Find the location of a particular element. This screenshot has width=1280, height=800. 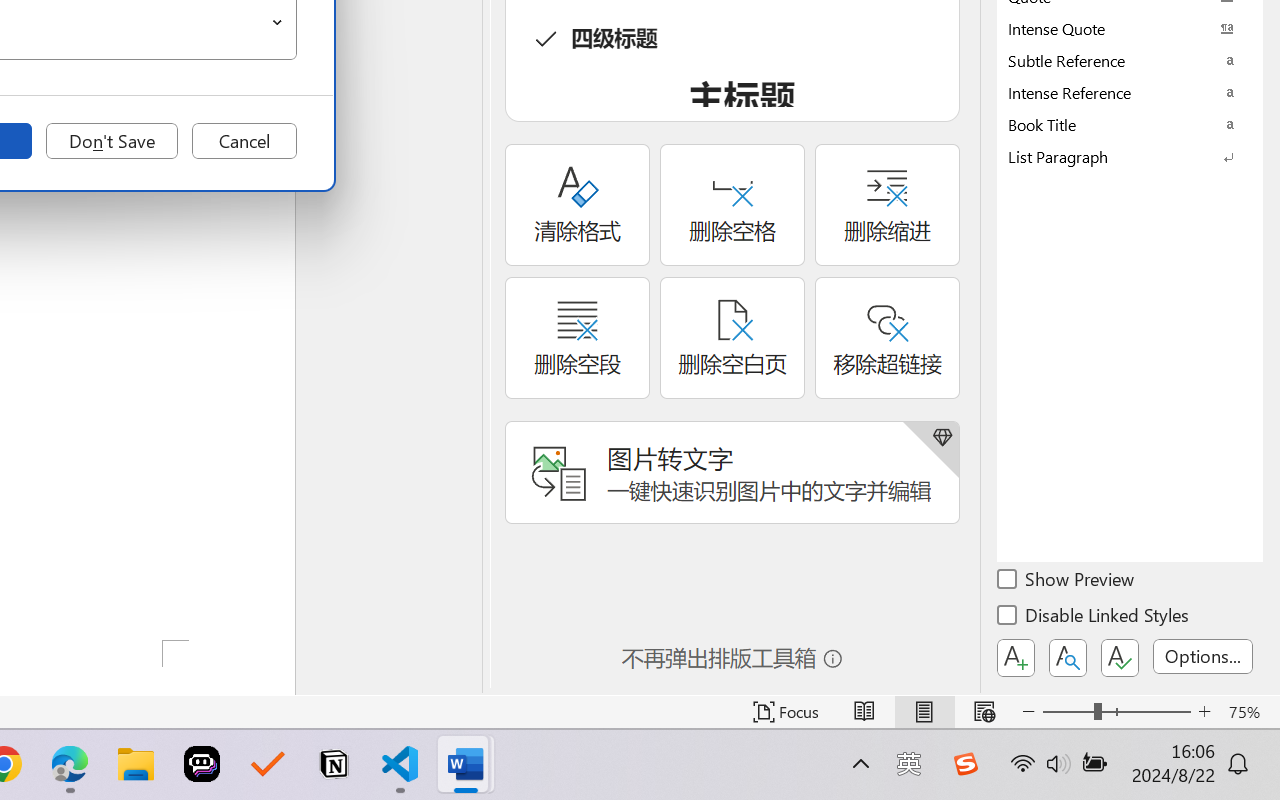

'Show Preview' is located at coordinates (1066, 581).